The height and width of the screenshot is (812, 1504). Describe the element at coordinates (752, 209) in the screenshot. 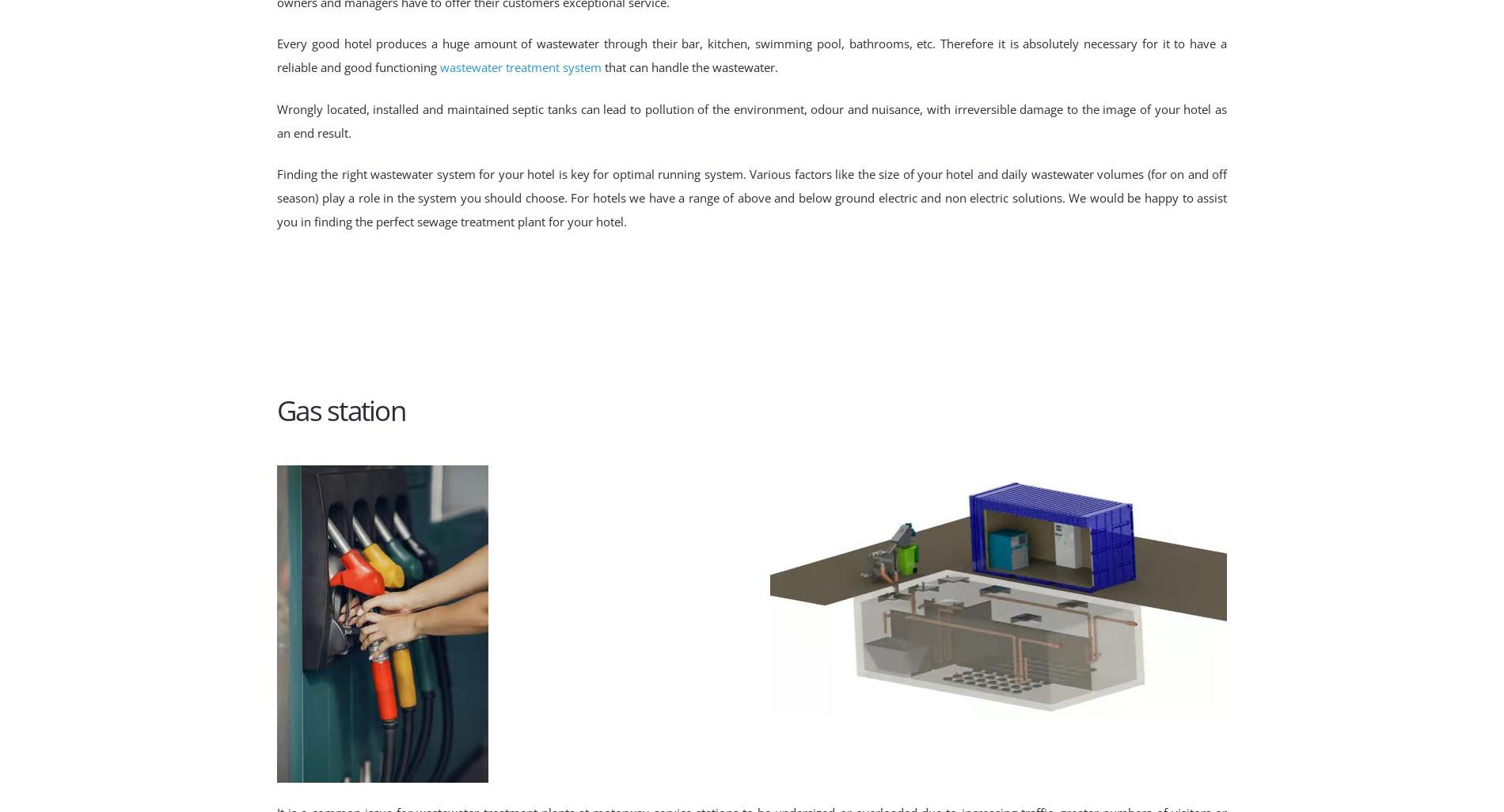

I see `'. We would be happy to assist you in finding the perfect sewage treatment plant for your hotel.'` at that location.